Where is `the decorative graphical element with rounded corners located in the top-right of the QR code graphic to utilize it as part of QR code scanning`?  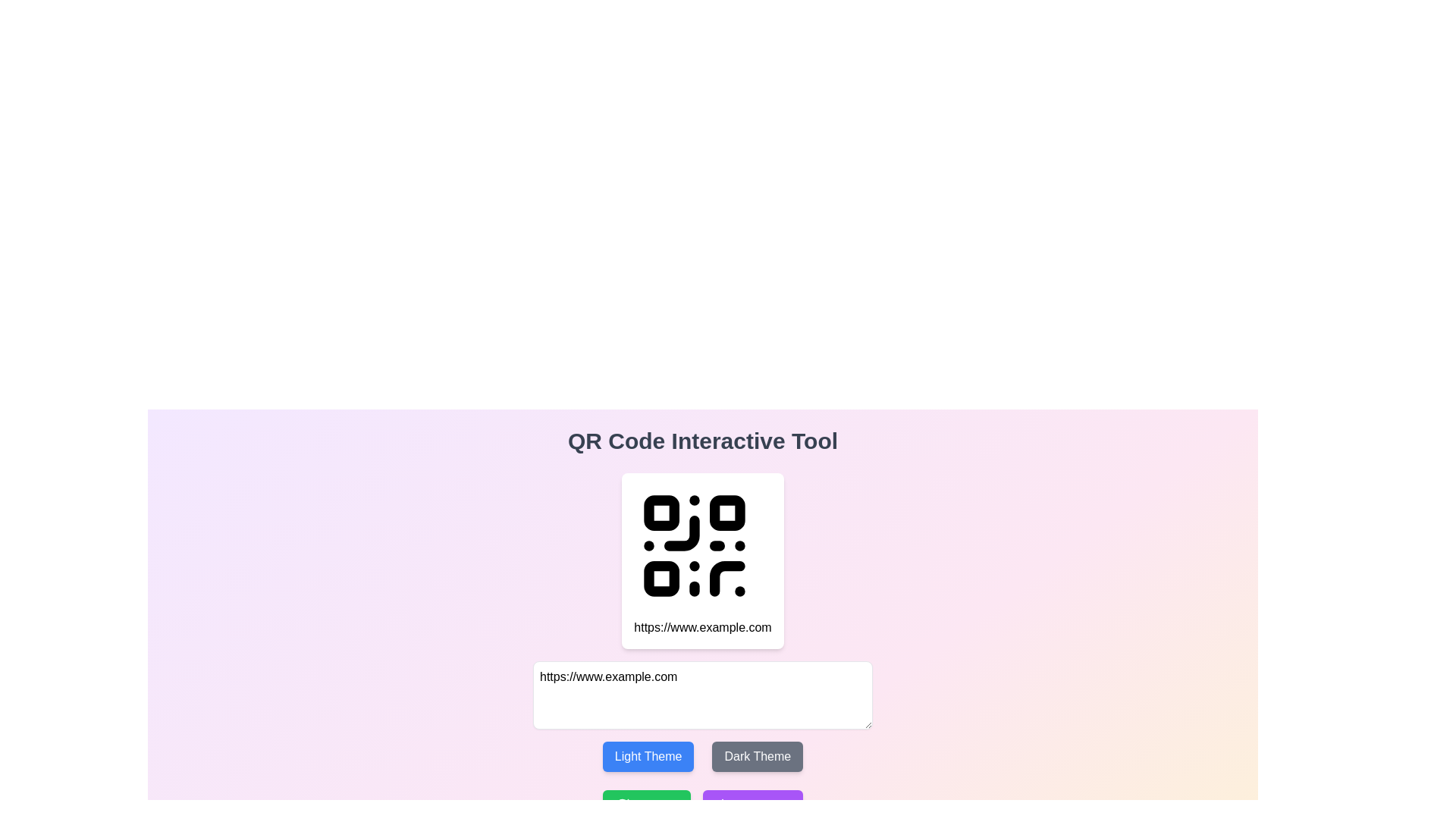 the decorative graphical element with rounded corners located in the top-right of the QR code graphic to utilize it as part of QR code scanning is located at coordinates (726, 512).